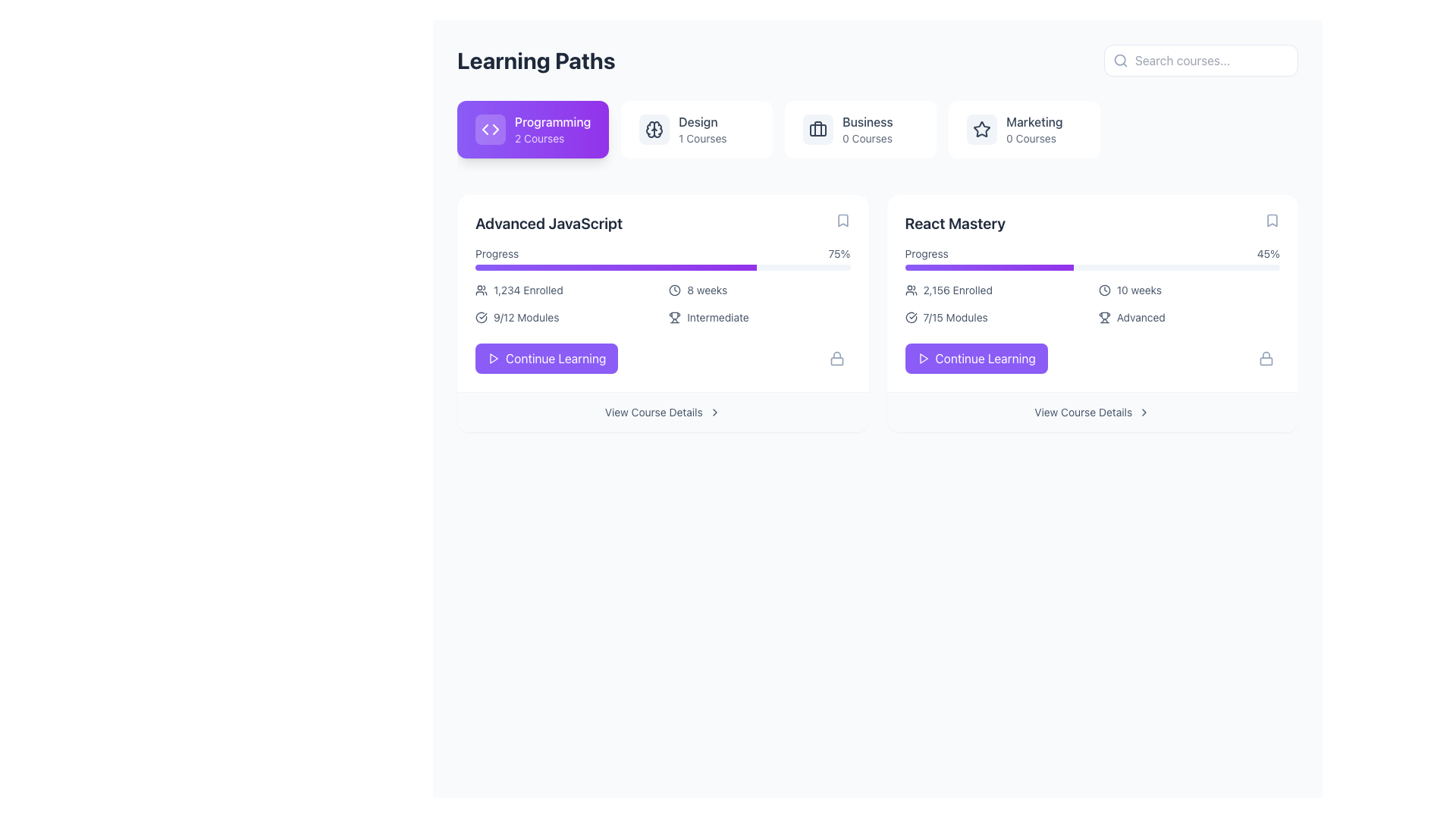  Describe the element at coordinates (817, 130) in the screenshot. I see `the main body of the briefcase icon representing the 'Business' category in the navigation section` at that location.